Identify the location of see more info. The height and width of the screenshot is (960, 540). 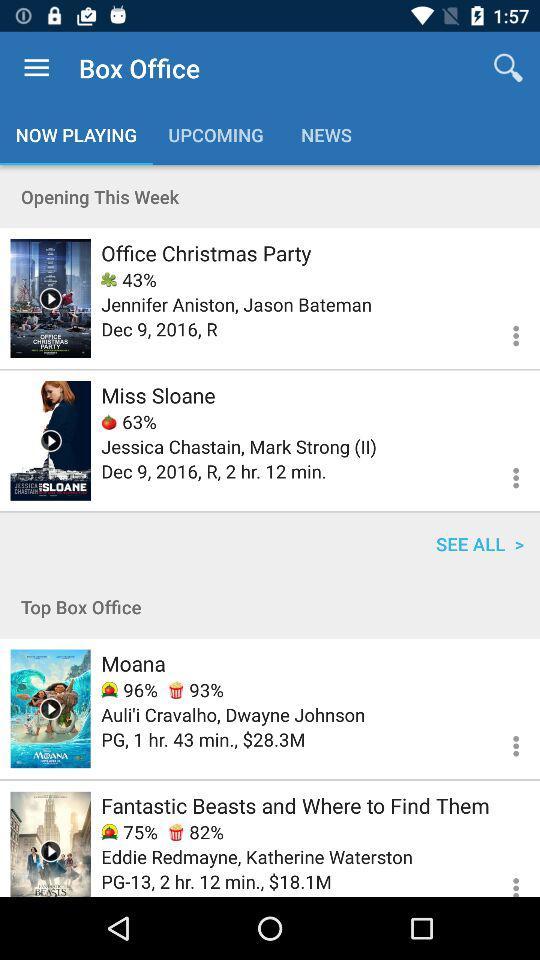
(503, 742).